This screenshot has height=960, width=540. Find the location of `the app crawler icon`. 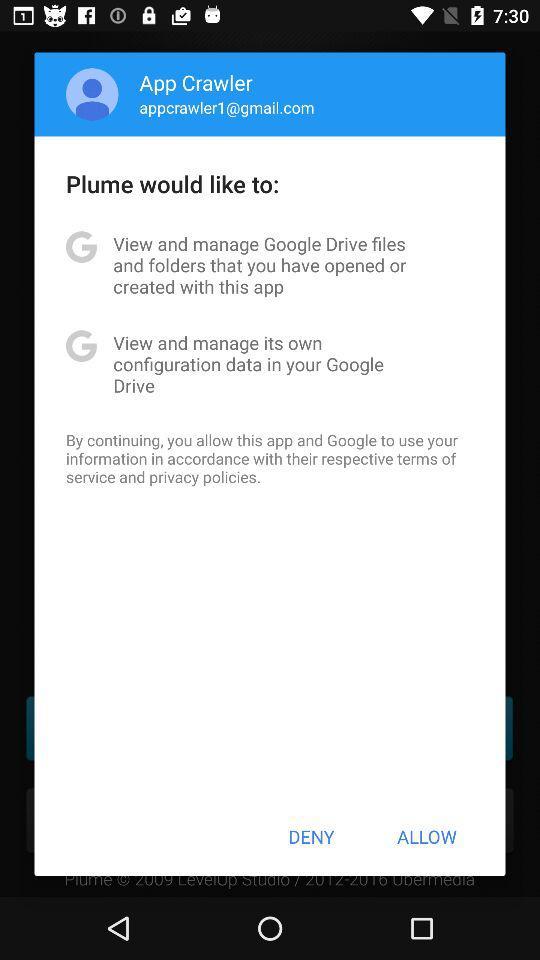

the app crawler icon is located at coordinates (196, 82).